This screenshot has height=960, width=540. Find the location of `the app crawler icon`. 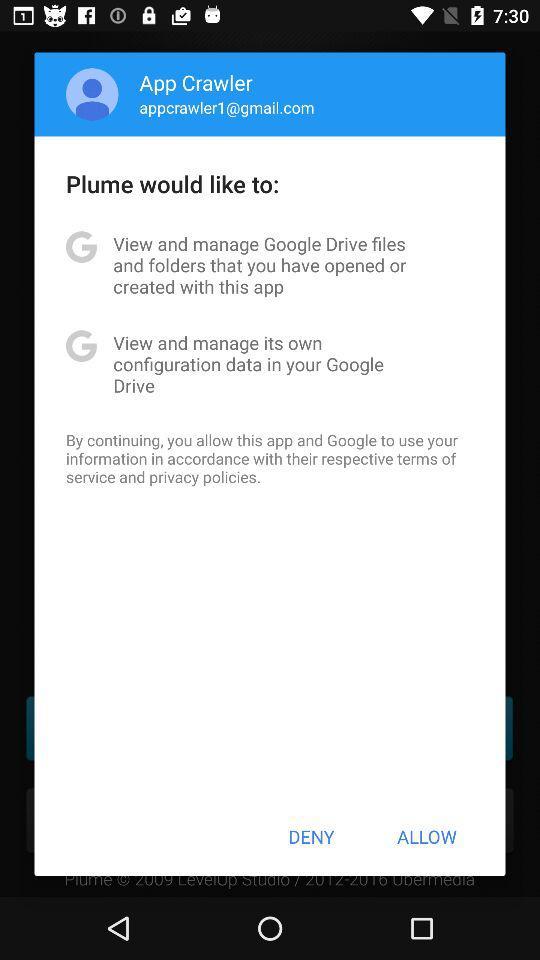

the app crawler icon is located at coordinates (196, 82).